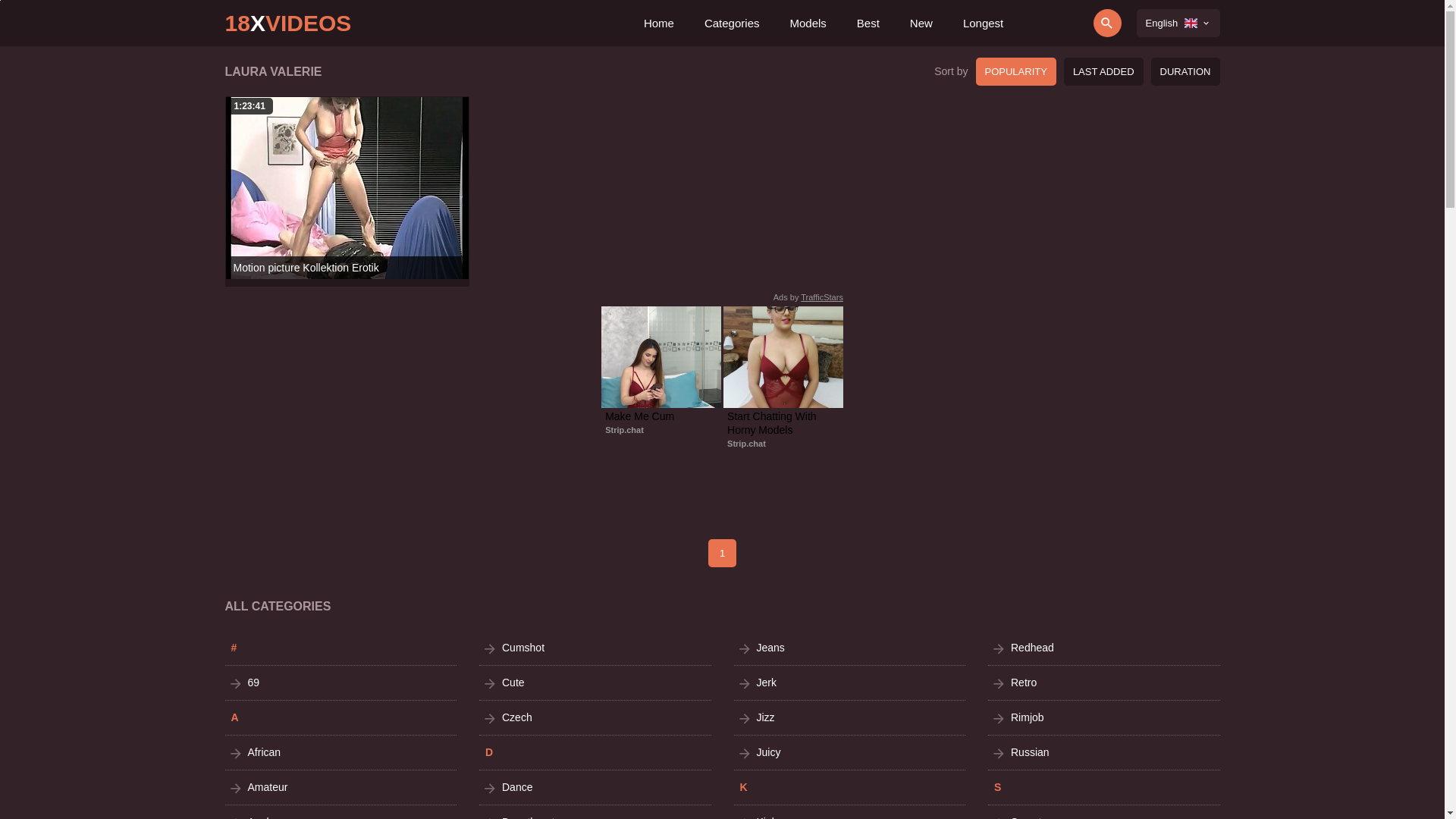  What do you see at coordinates (1103, 71) in the screenshot?
I see `'LAST ADDED'` at bounding box center [1103, 71].